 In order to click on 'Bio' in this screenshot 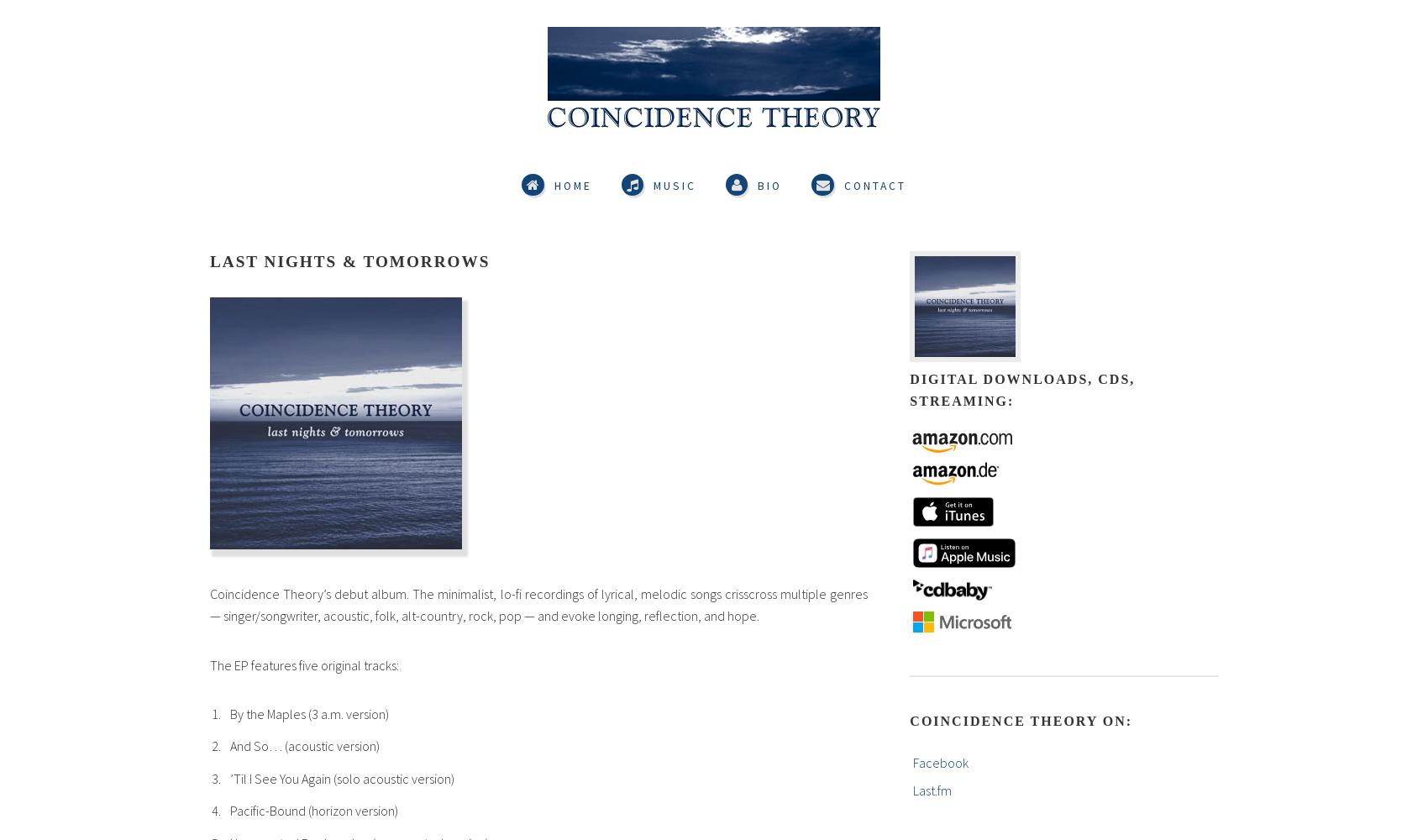, I will do `click(769, 184)`.